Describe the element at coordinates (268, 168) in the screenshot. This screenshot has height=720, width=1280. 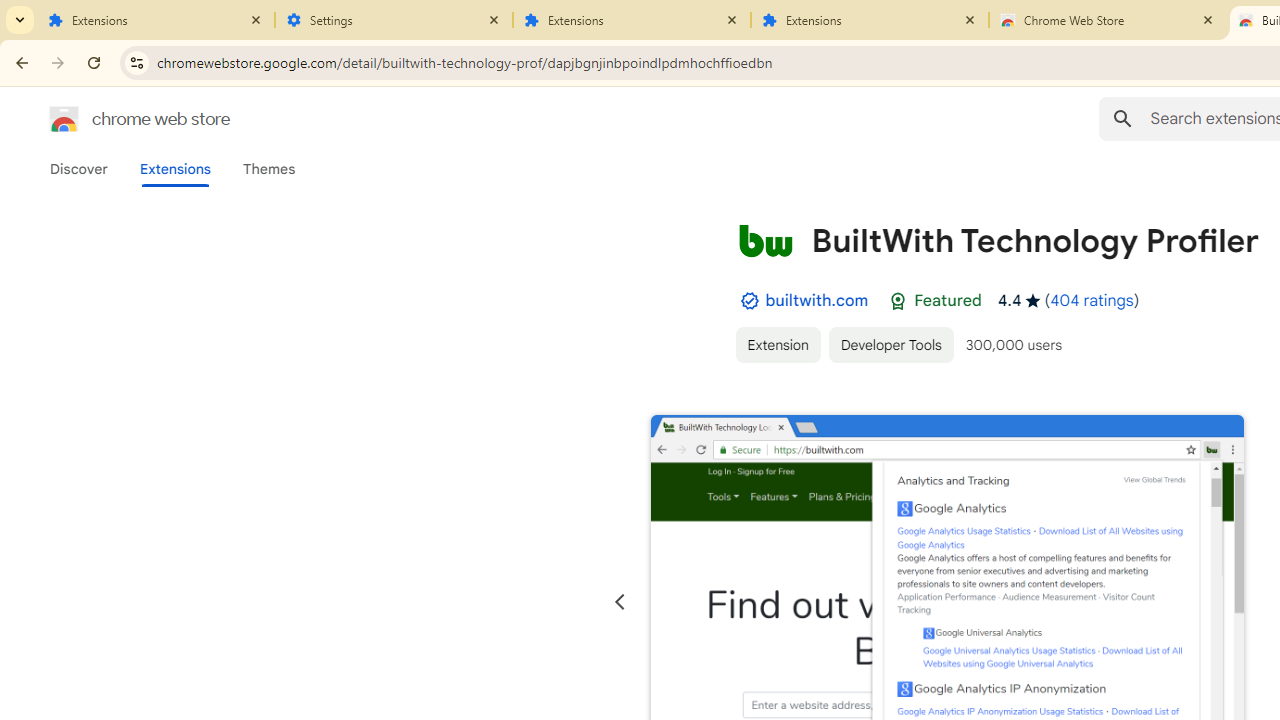
I see `'Themes'` at that location.